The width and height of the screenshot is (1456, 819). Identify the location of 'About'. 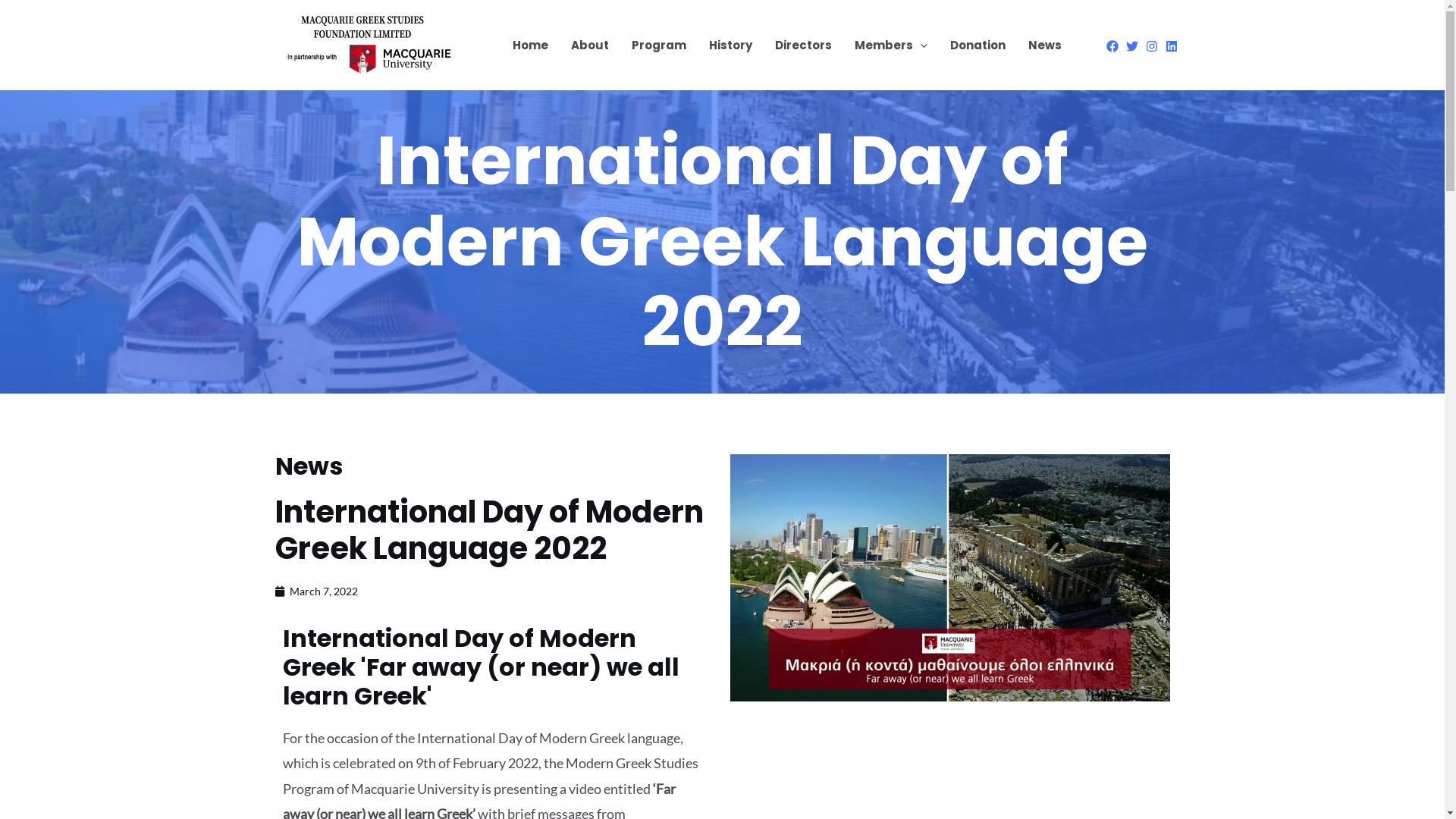
(588, 45).